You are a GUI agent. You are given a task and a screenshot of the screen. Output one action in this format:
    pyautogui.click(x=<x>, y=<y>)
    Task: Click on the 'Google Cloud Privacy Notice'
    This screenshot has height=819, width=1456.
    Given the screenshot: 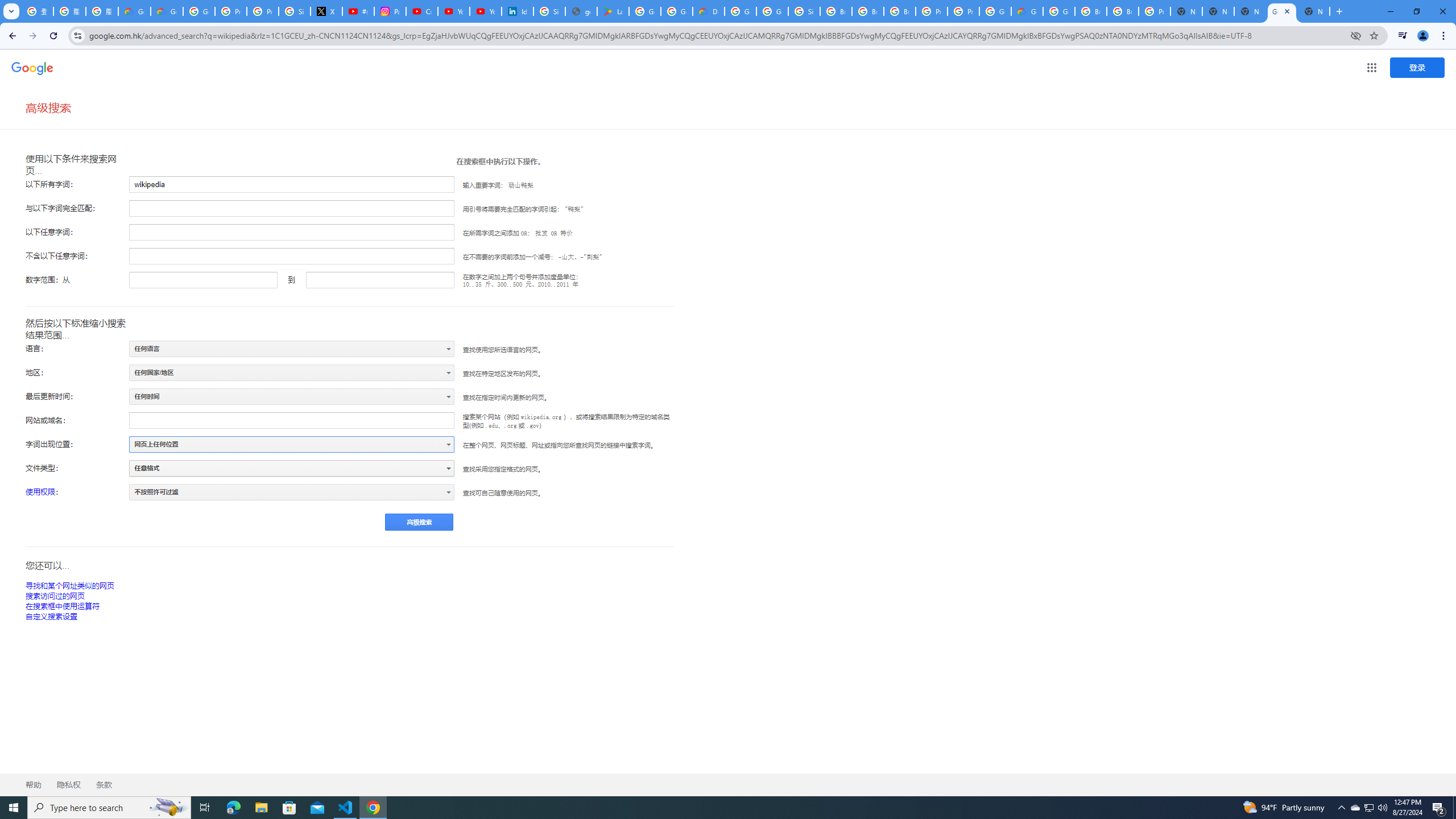 What is the action you would take?
    pyautogui.click(x=167, y=11)
    